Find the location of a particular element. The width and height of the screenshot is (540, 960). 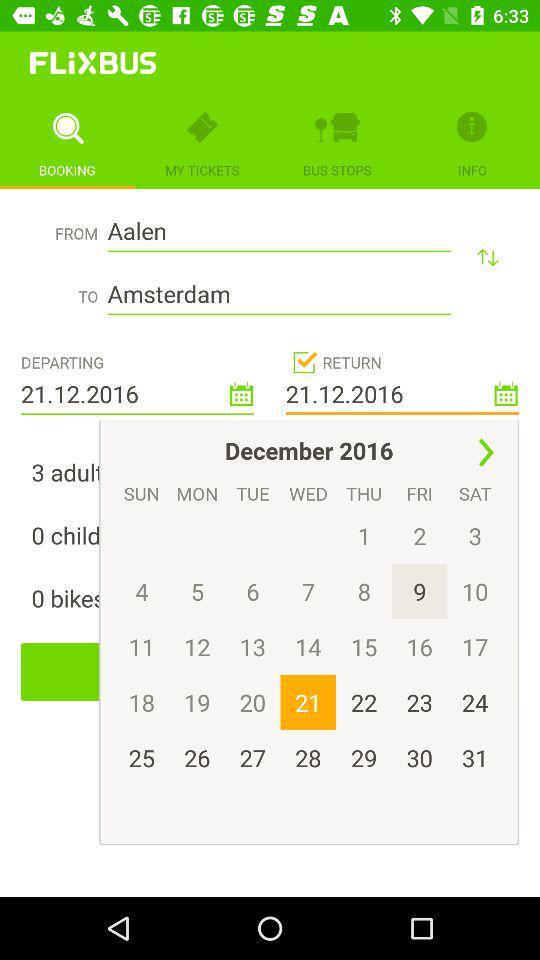

move forward to next month is located at coordinates (485, 453).